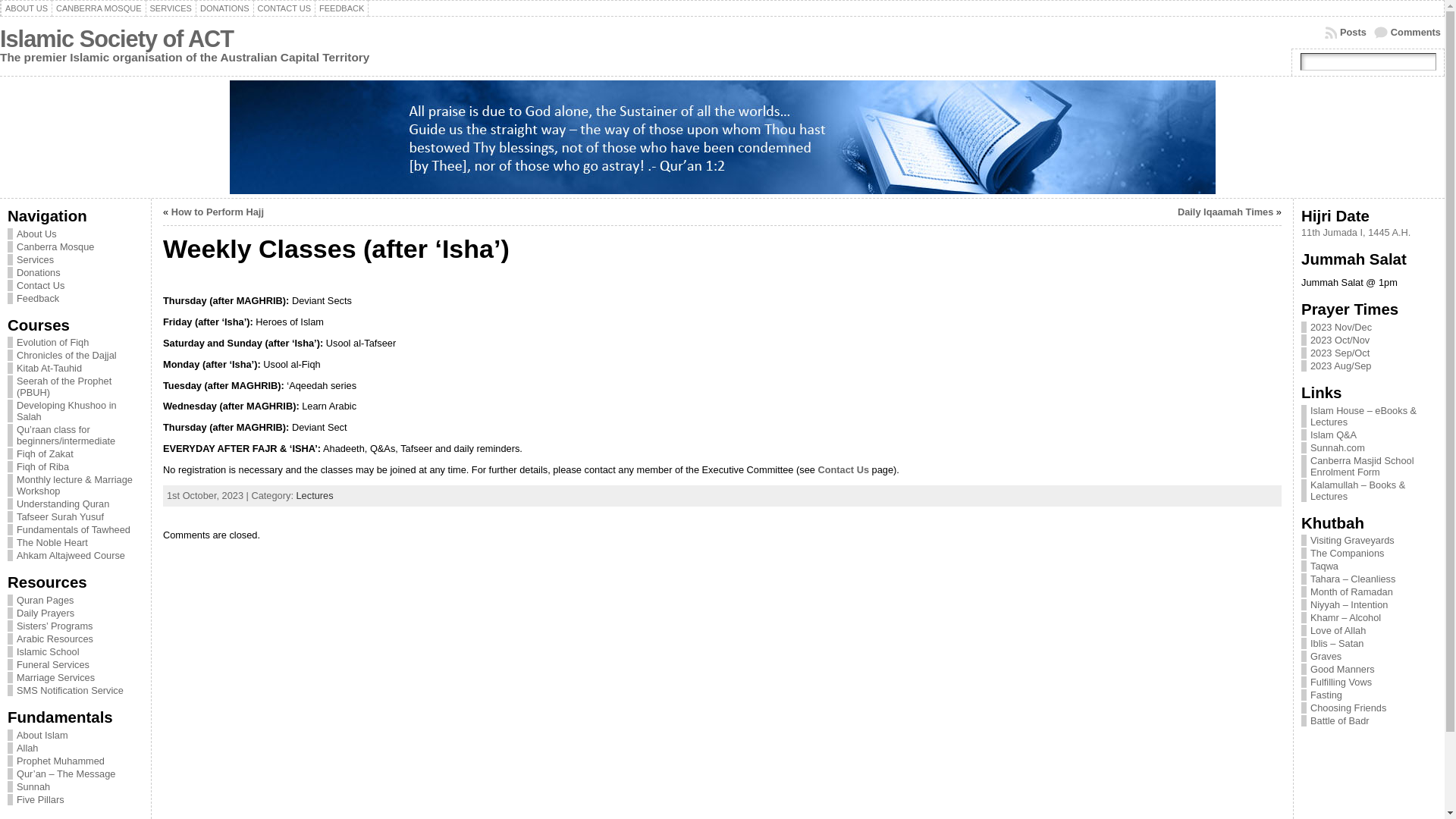 The height and width of the screenshot is (819, 1456). Describe the element at coordinates (74, 798) in the screenshot. I see `'Five Pillars'` at that location.